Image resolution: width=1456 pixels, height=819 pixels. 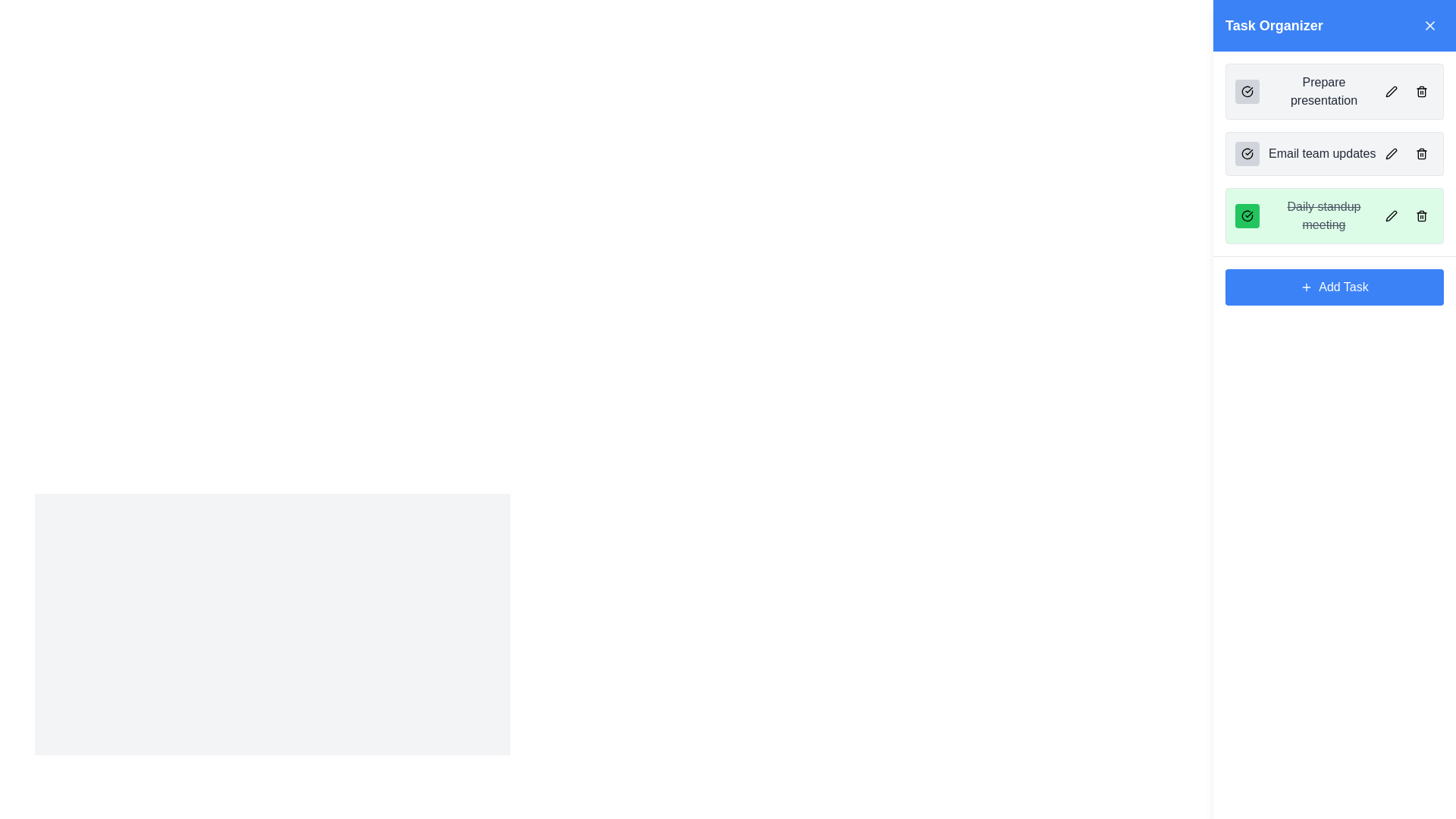 I want to click on the label representing the second task in the task management list, which is positioned between a checkbox-like icon and a pencil-shaped button, so click(x=1321, y=154).